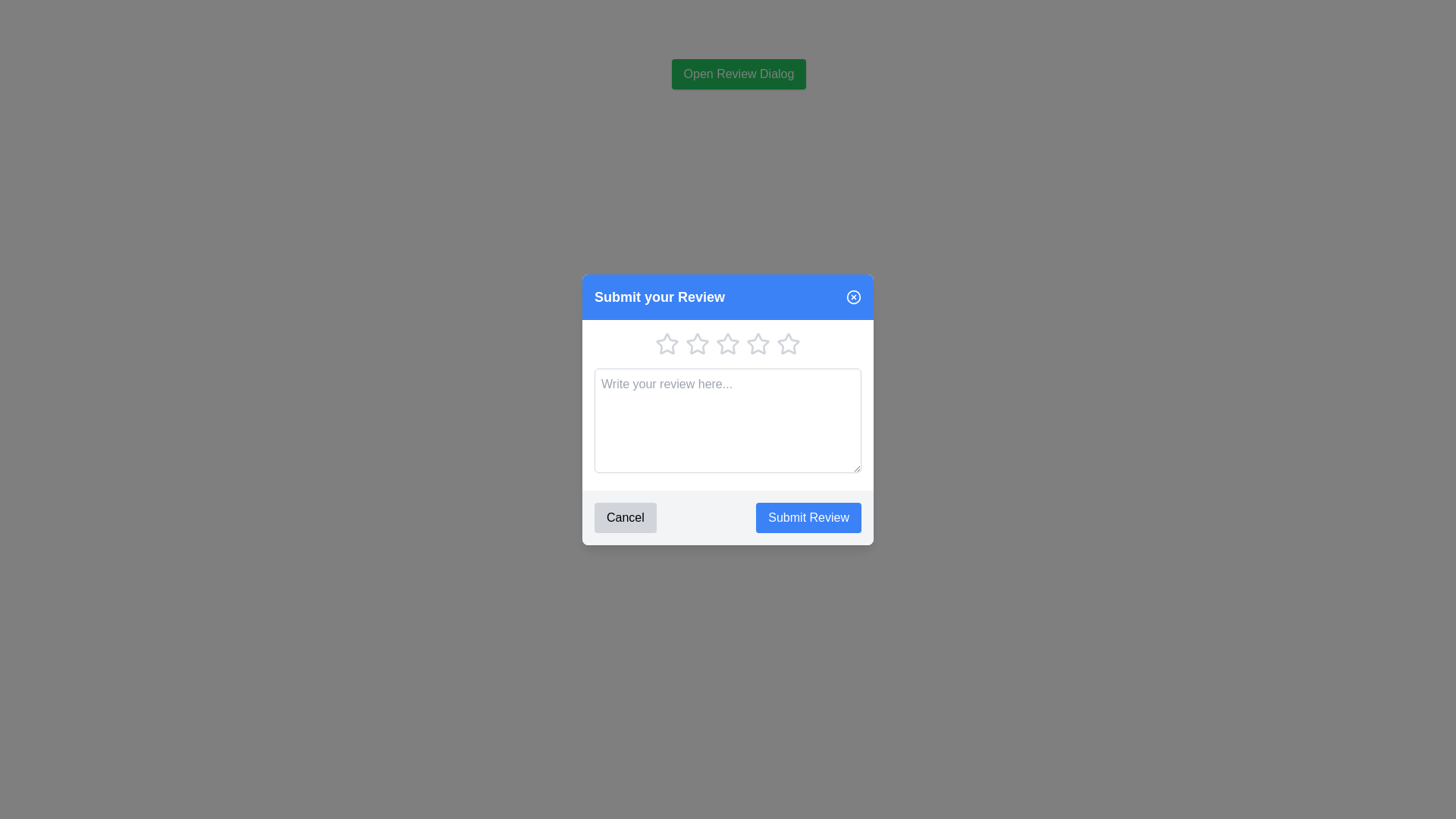  What do you see at coordinates (728, 344) in the screenshot?
I see `the fourth star icon in the rating component` at bounding box center [728, 344].